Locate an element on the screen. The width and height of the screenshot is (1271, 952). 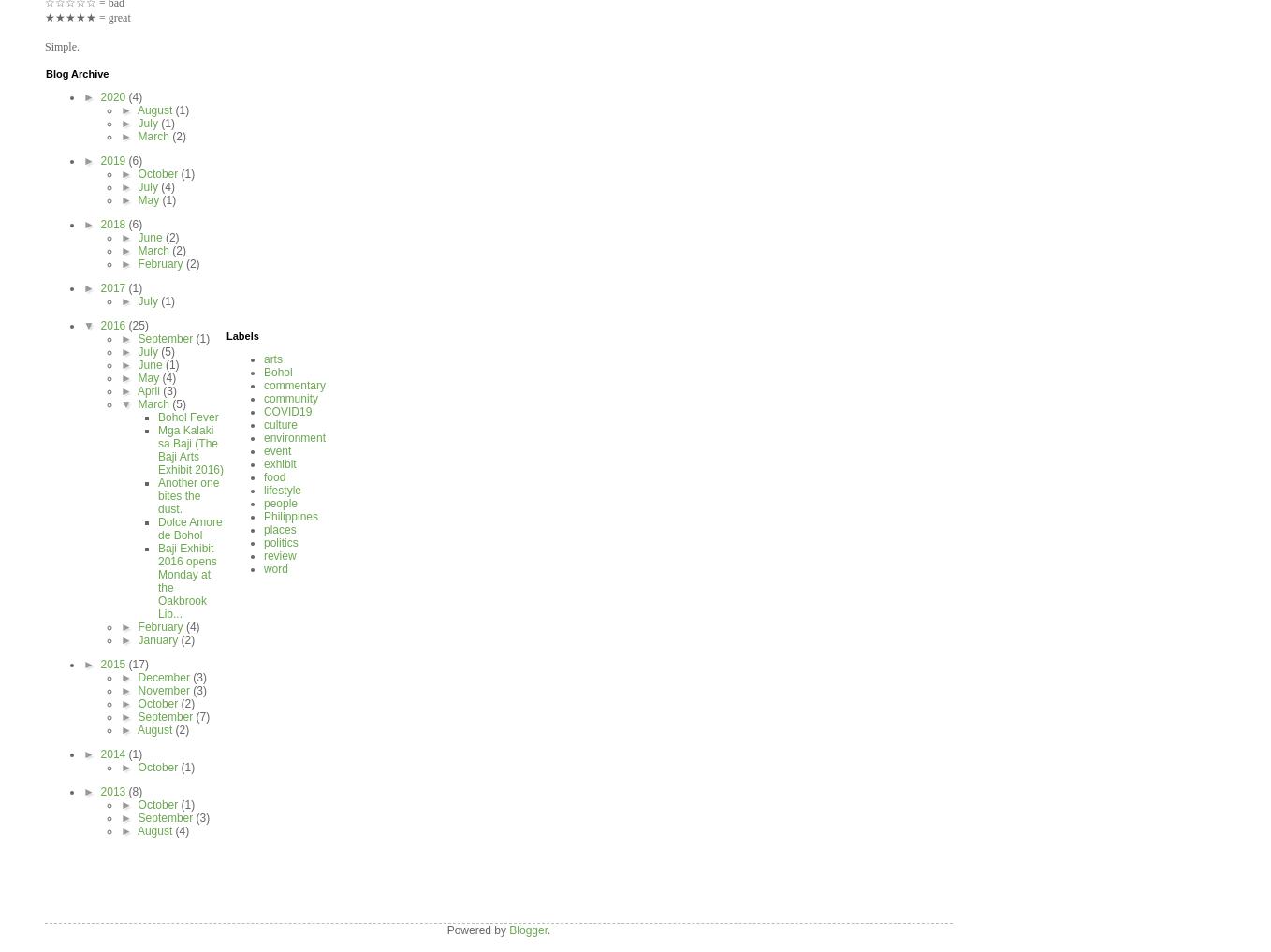
'2013' is located at coordinates (112, 790).